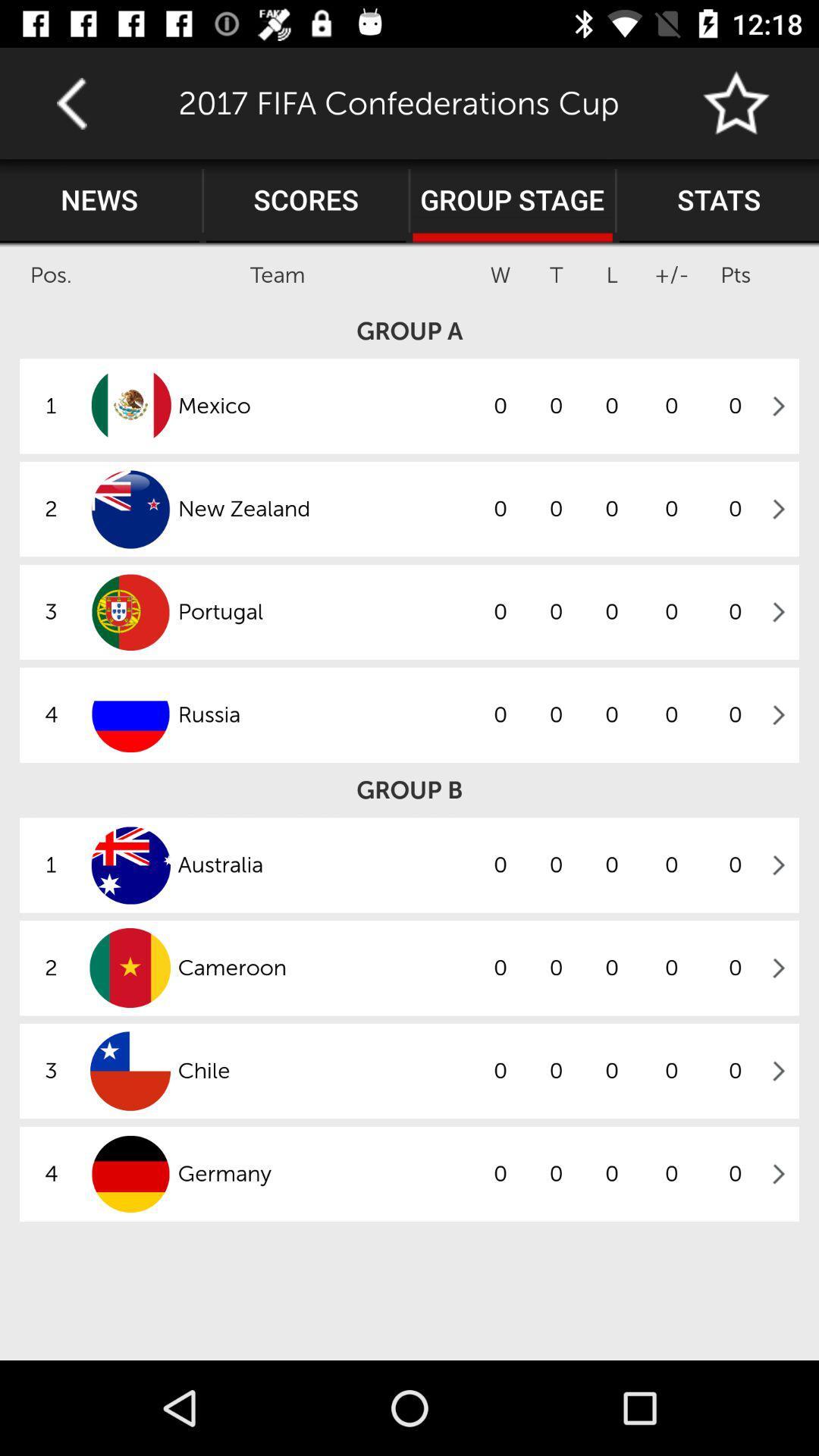 The width and height of the screenshot is (819, 1456). Describe the element at coordinates (324, 967) in the screenshot. I see `item next to 0` at that location.